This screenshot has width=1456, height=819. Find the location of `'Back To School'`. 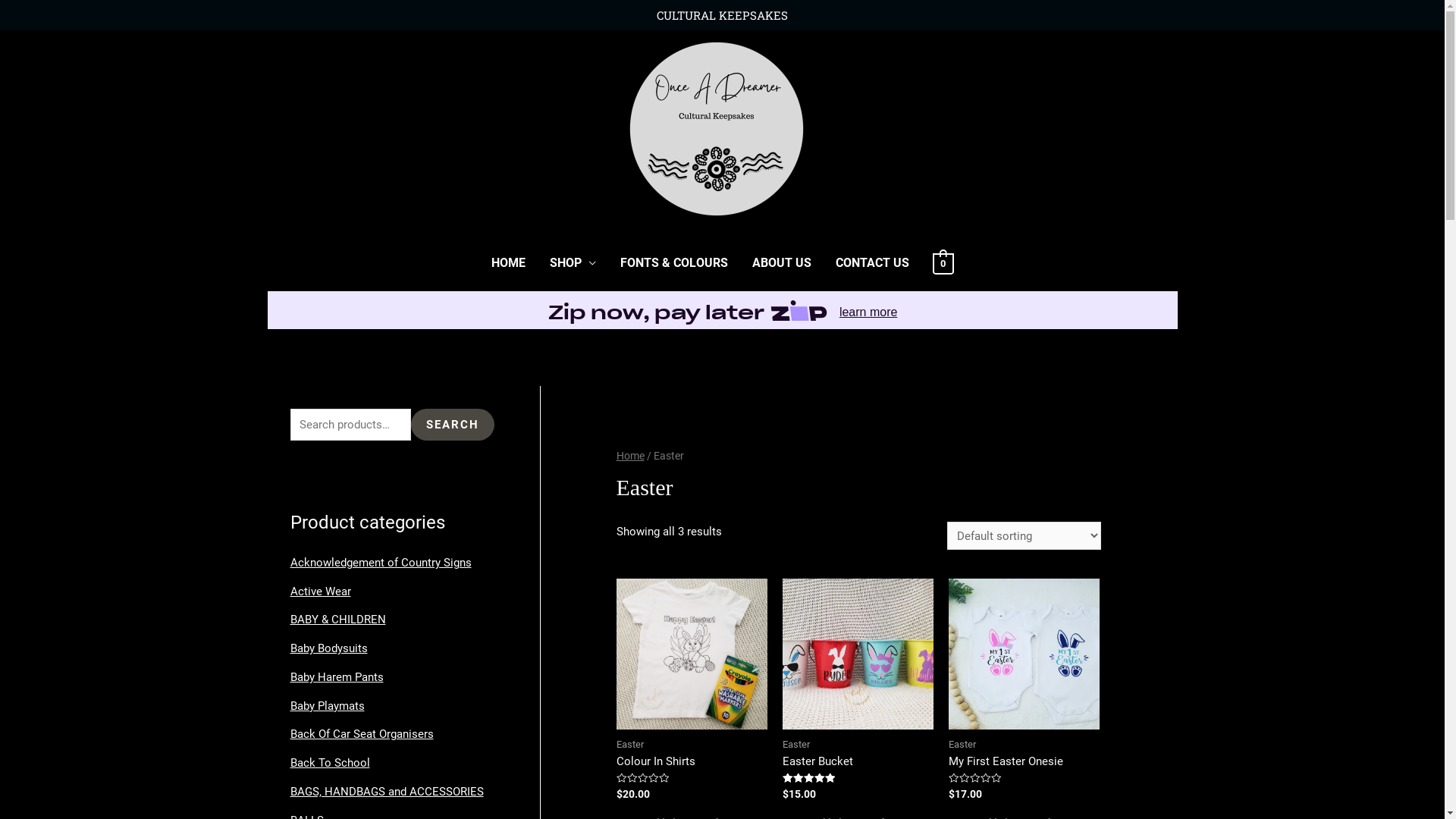

'Back To School' is located at coordinates (290, 763).